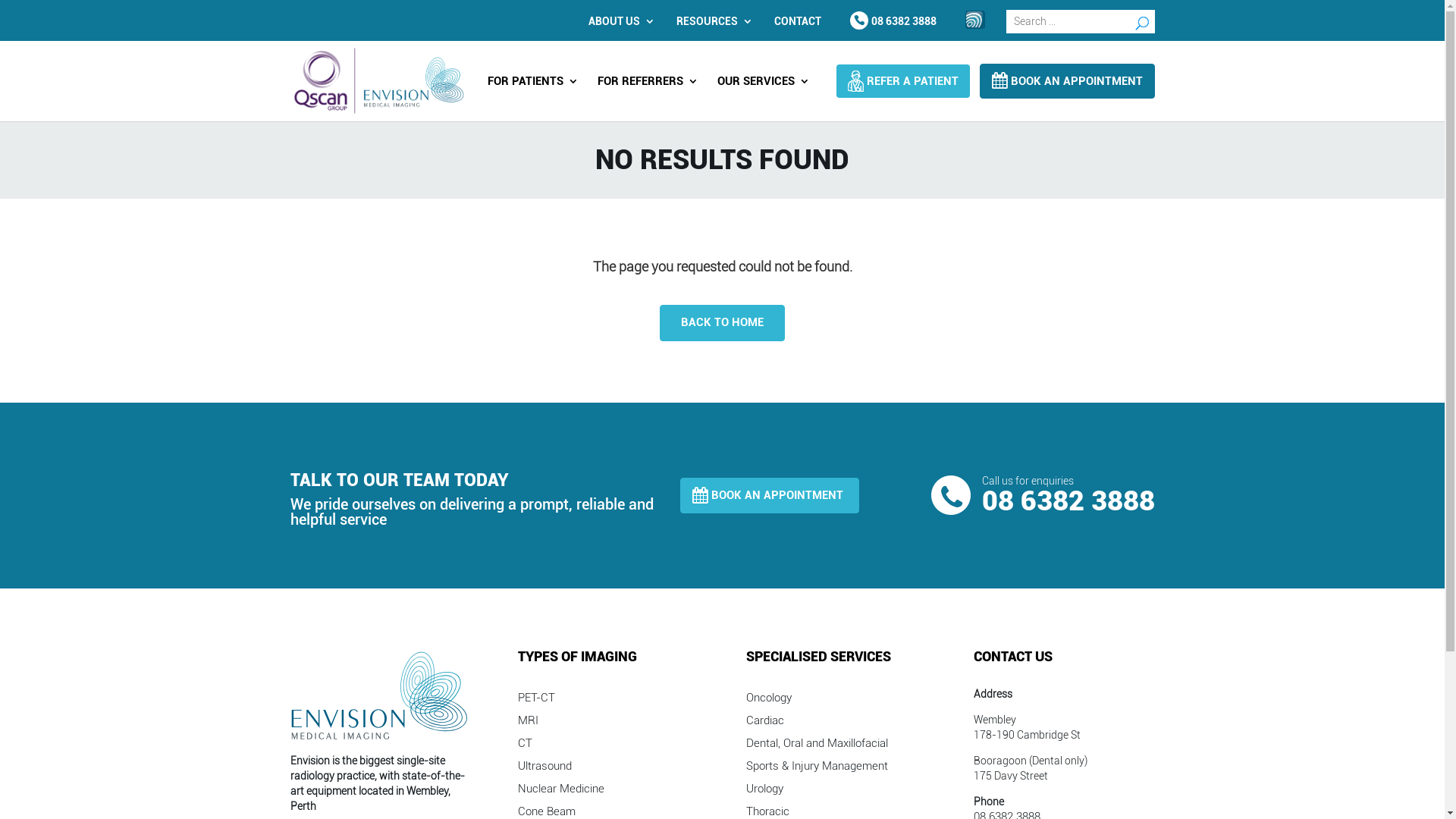 The image size is (1456, 819). What do you see at coordinates (1065, 81) in the screenshot?
I see `'BOOK AN APPOINTMENT'` at bounding box center [1065, 81].